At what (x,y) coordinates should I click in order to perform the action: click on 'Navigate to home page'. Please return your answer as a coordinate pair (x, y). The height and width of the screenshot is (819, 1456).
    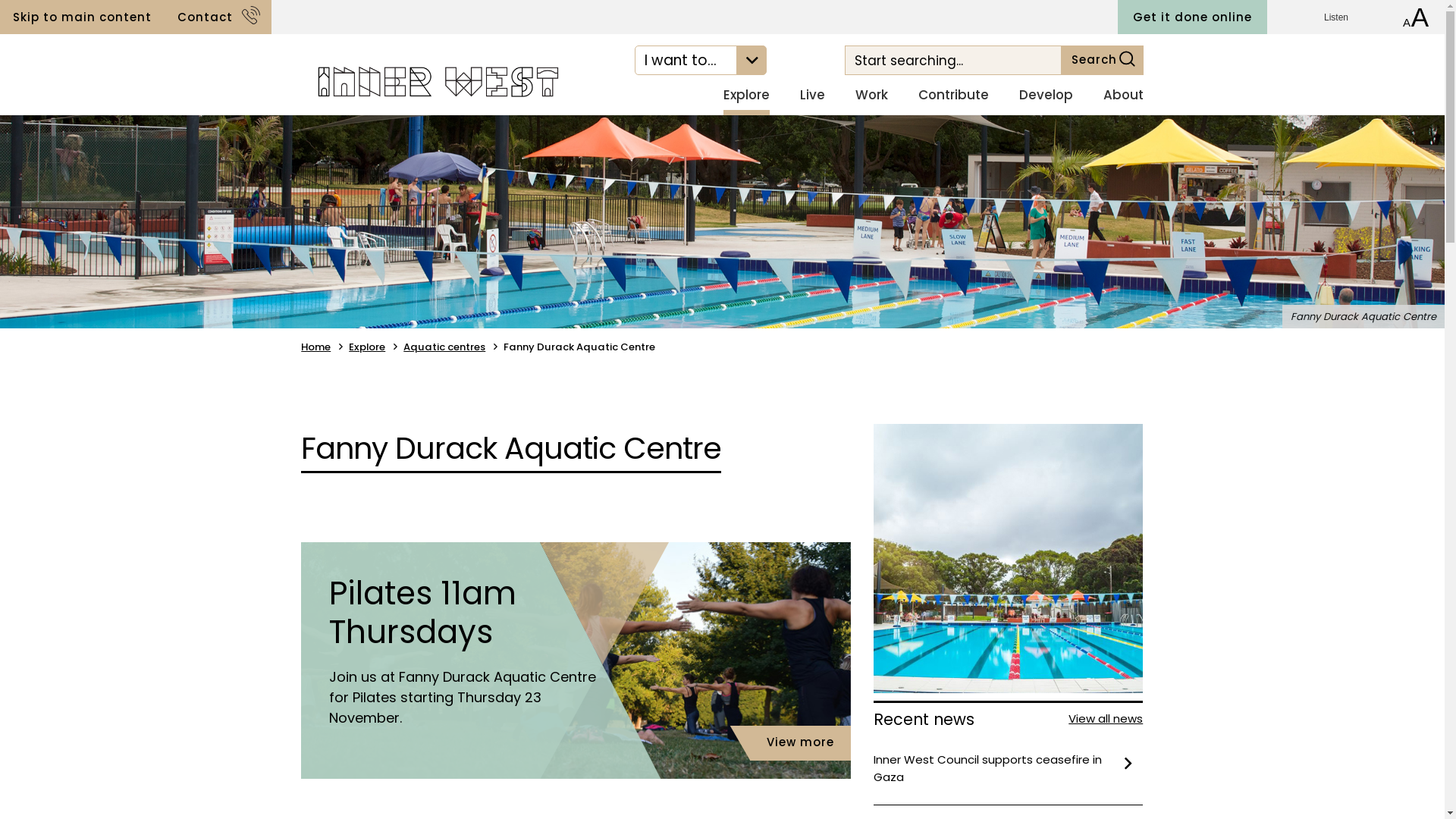
    Looking at the image, I should click on (433, 79).